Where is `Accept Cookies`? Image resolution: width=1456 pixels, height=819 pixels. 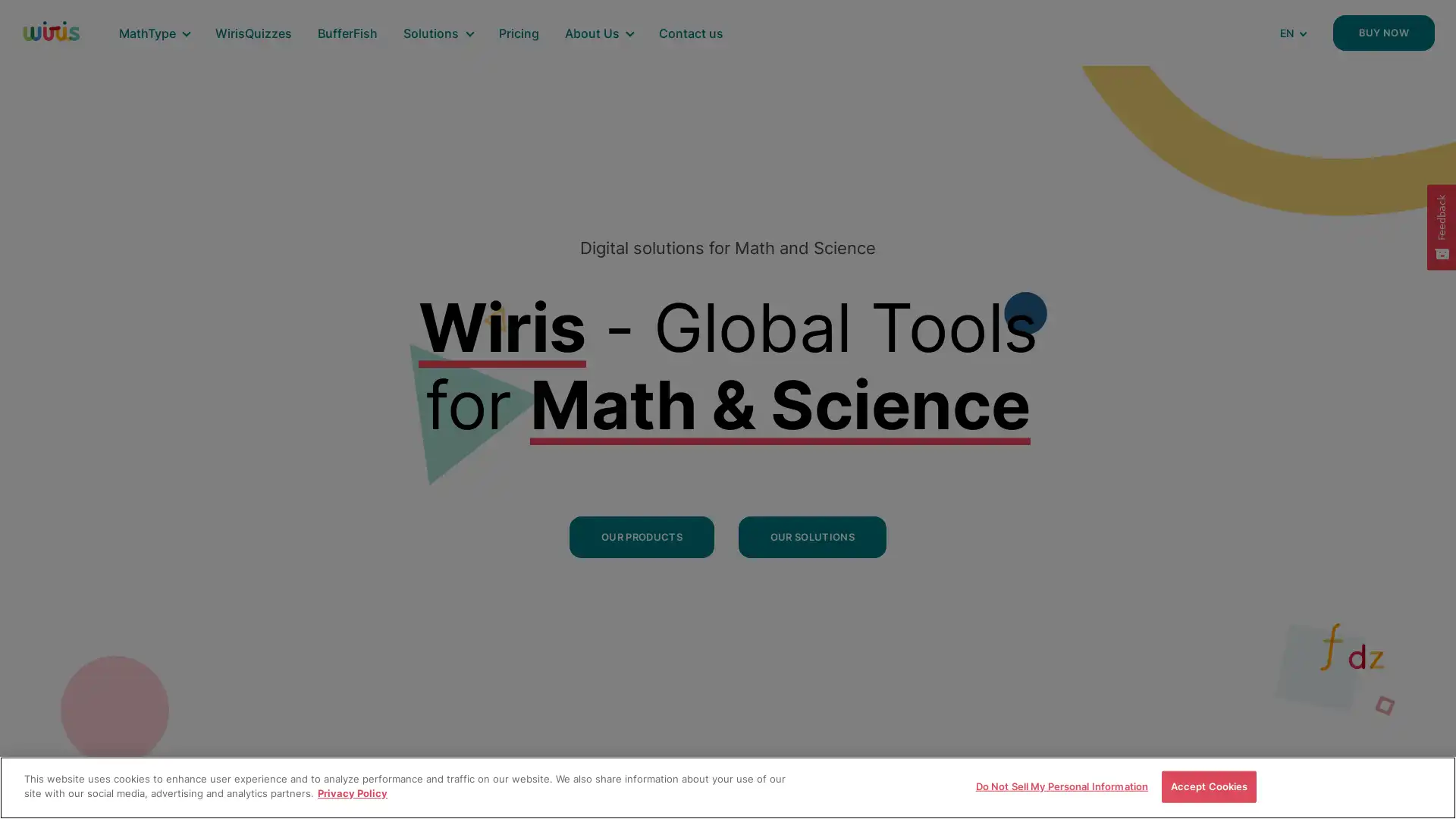 Accept Cookies is located at coordinates (1208, 786).